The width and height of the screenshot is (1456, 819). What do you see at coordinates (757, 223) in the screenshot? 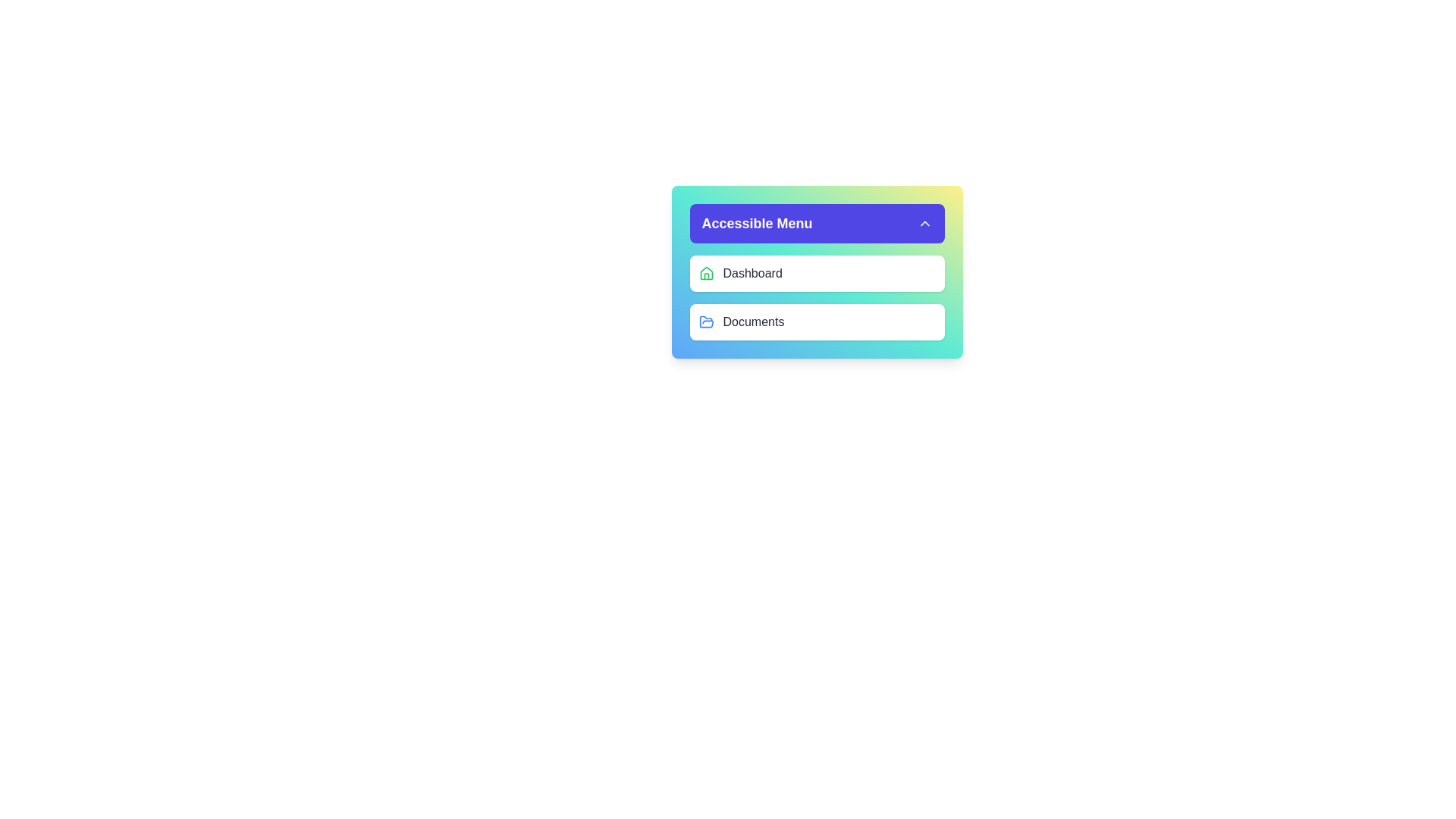
I see `the 'Accessible Menu' text label, which is positioned at the left side of the dropdown menu header next to an upward arrow icon` at bounding box center [757, 223].